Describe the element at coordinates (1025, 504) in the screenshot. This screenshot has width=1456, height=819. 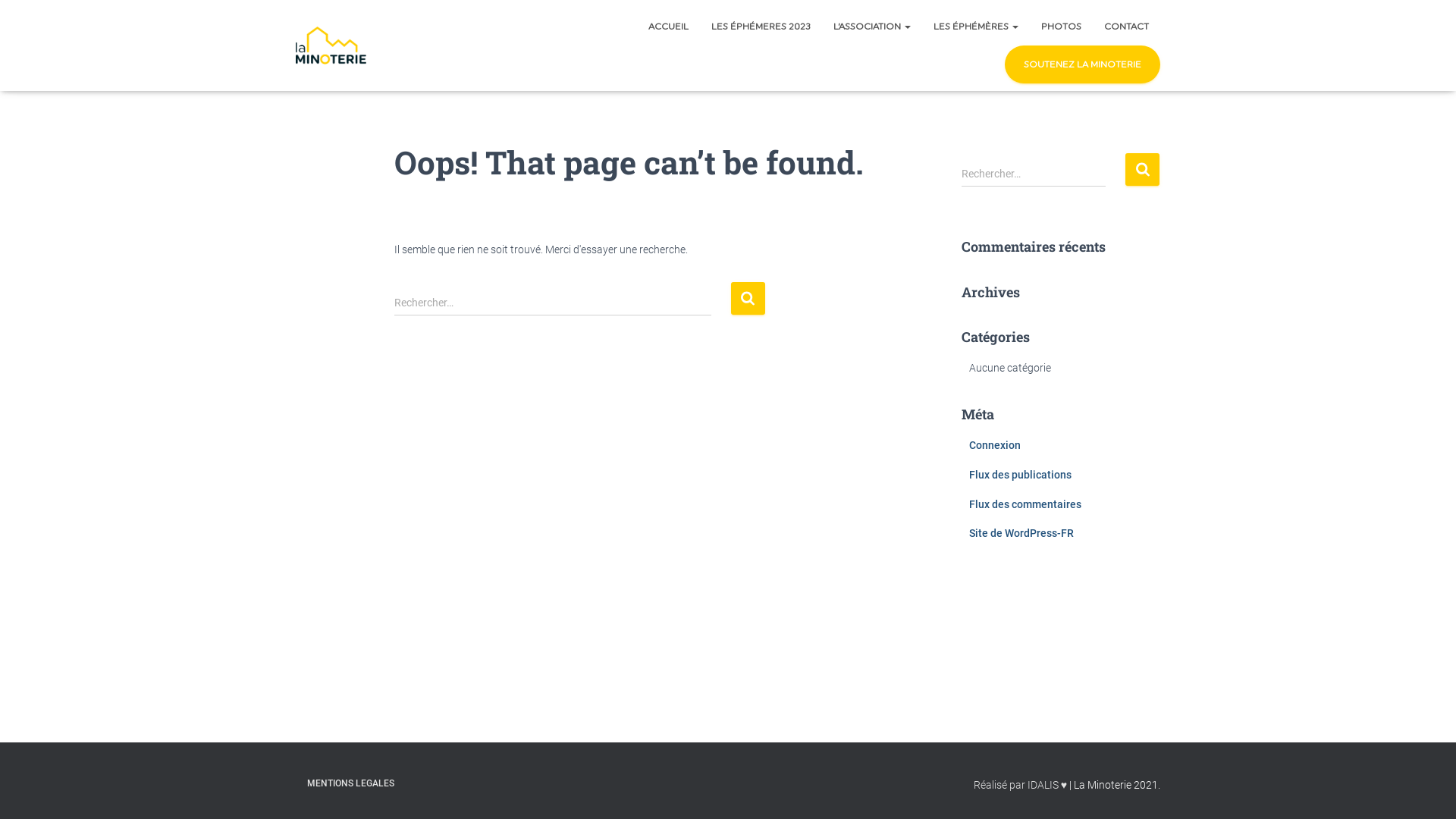
I see `'Flux des commentaires'` at that location.